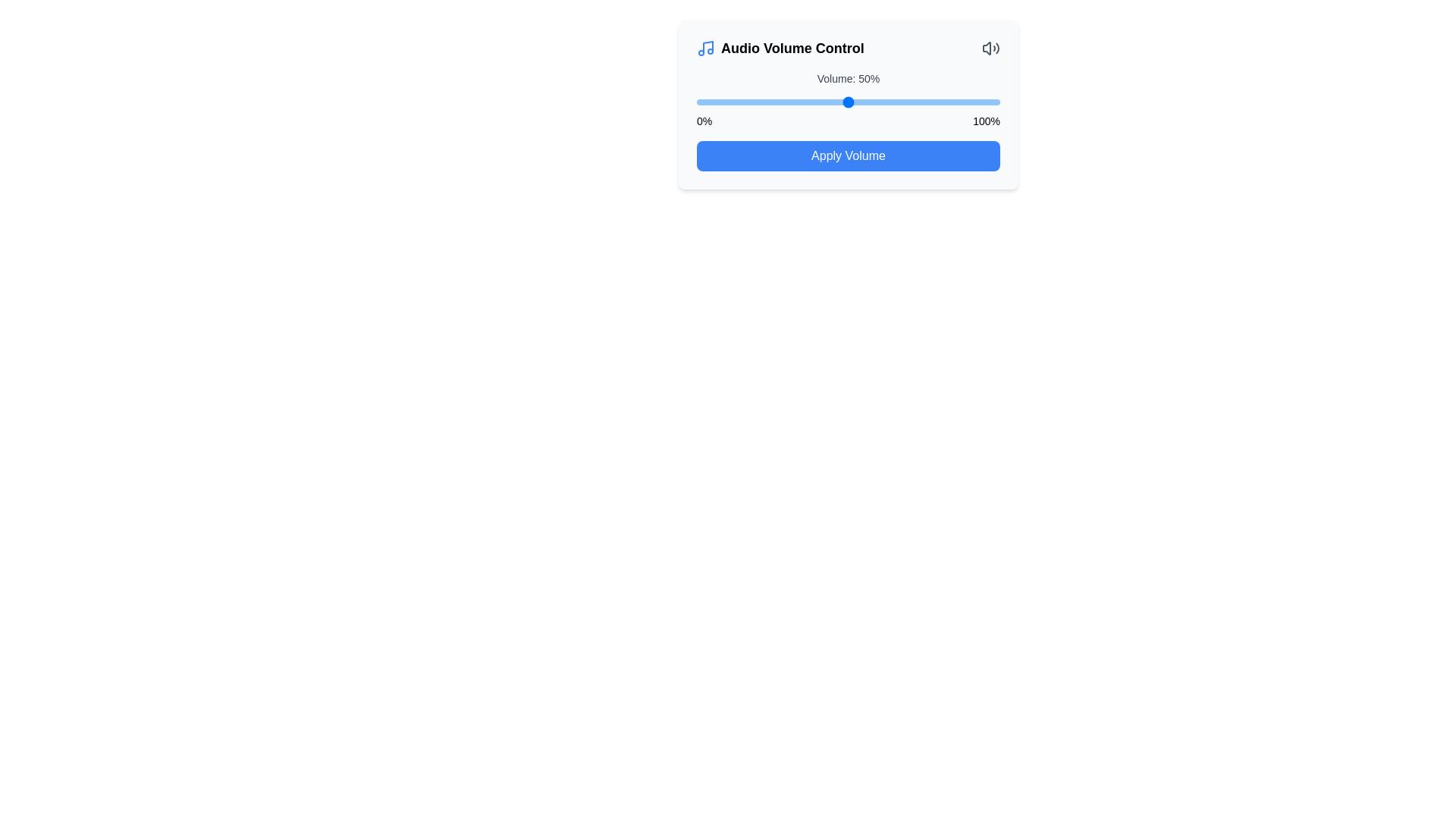 This screenshot has height=819, width=1456. What do you see at coordinates (990, 48) in the screenshot?
I see `the speaker icon with sound waves in the 'Audio Volume Control' header section, which is the rightmost icon next to the title text and music note icon` at bounding box center [990, 48].